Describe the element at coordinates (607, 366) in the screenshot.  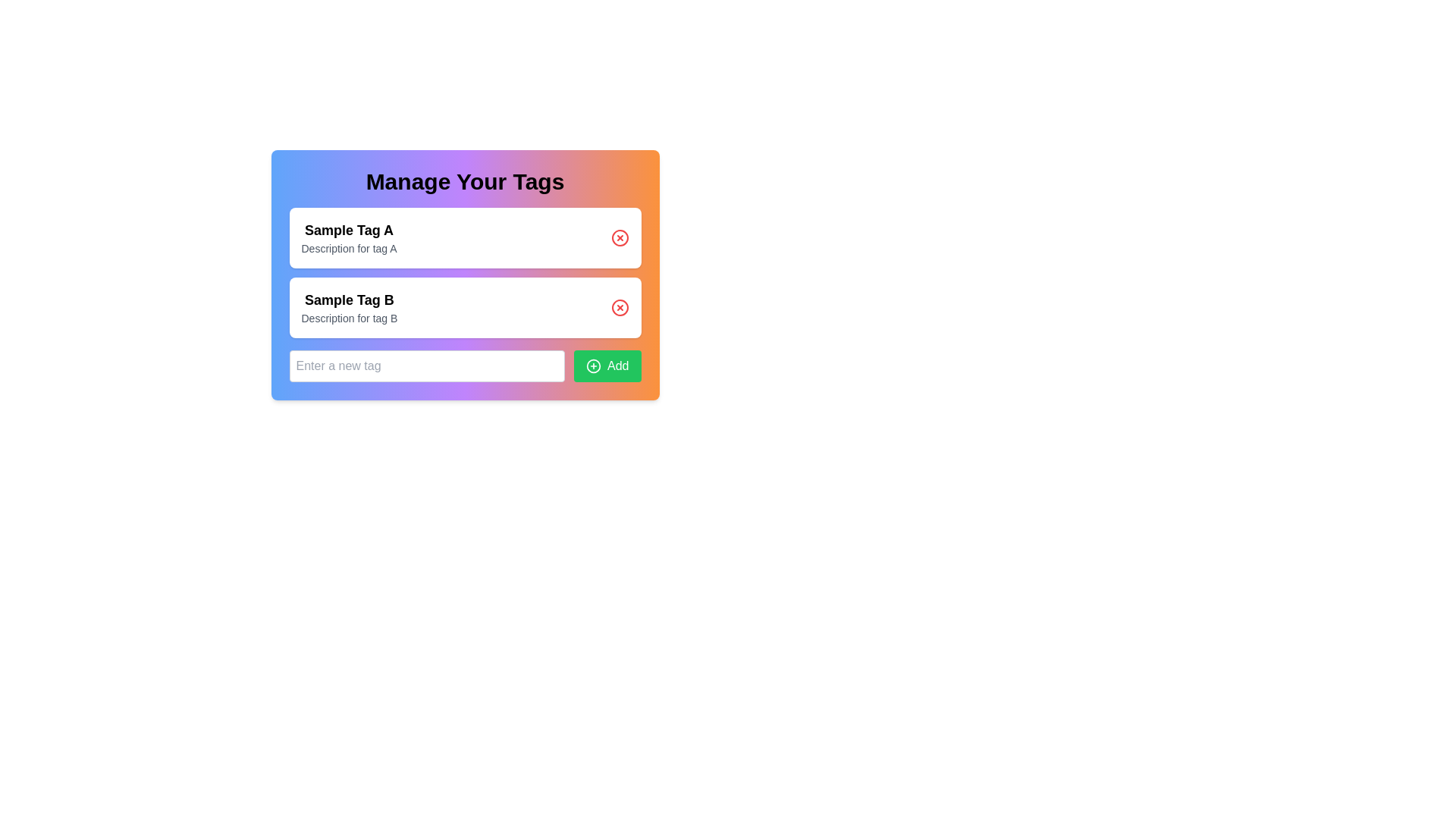
I see `the button that adds a new tag, located in the bottom-right corner of the card layout` at that location.